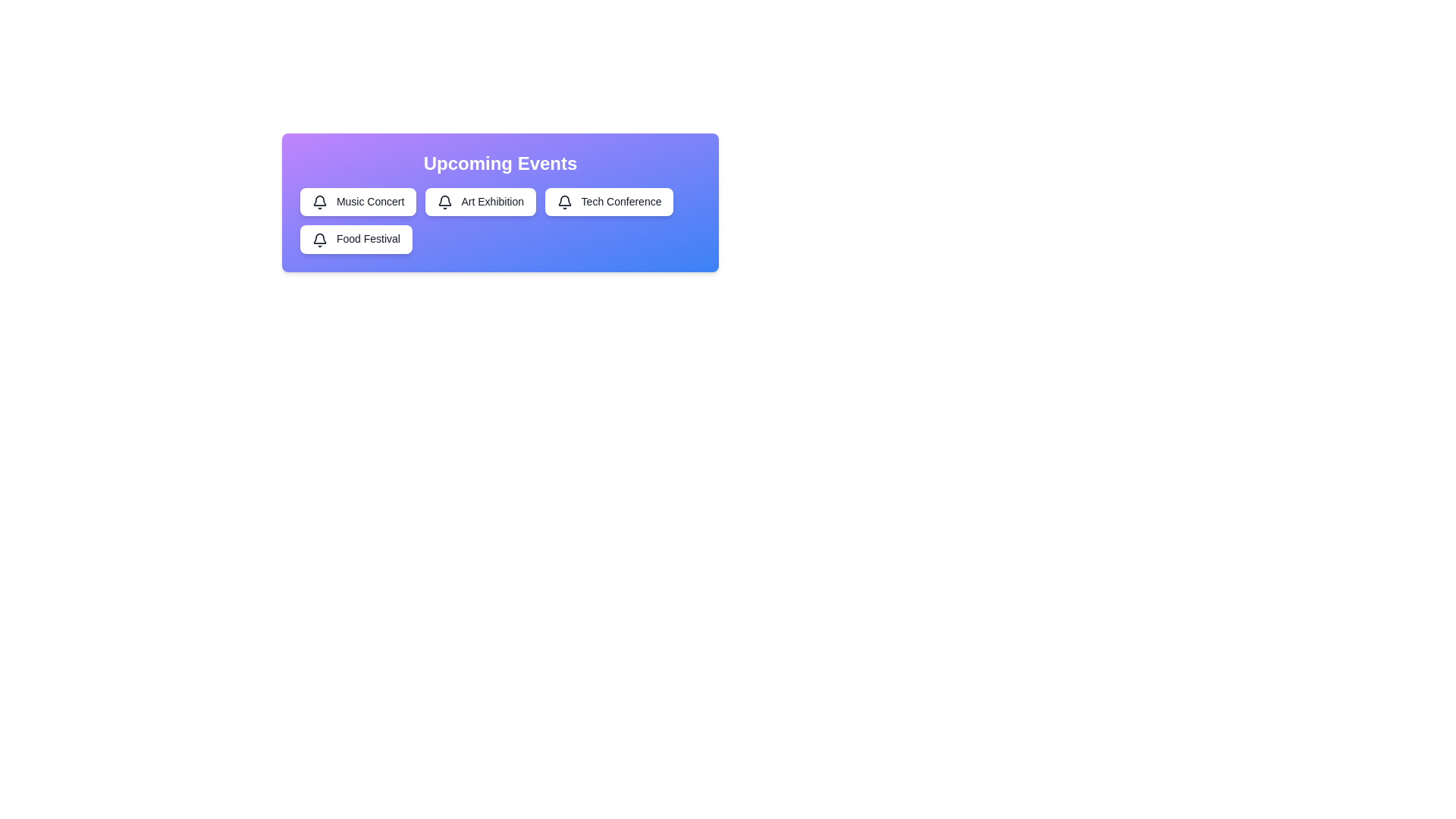  What do you see at coordinates (356, 239) in the screenshot?
I see `the event Food Festival by clicking its corresponding chip` at bounding box center [356, 239].